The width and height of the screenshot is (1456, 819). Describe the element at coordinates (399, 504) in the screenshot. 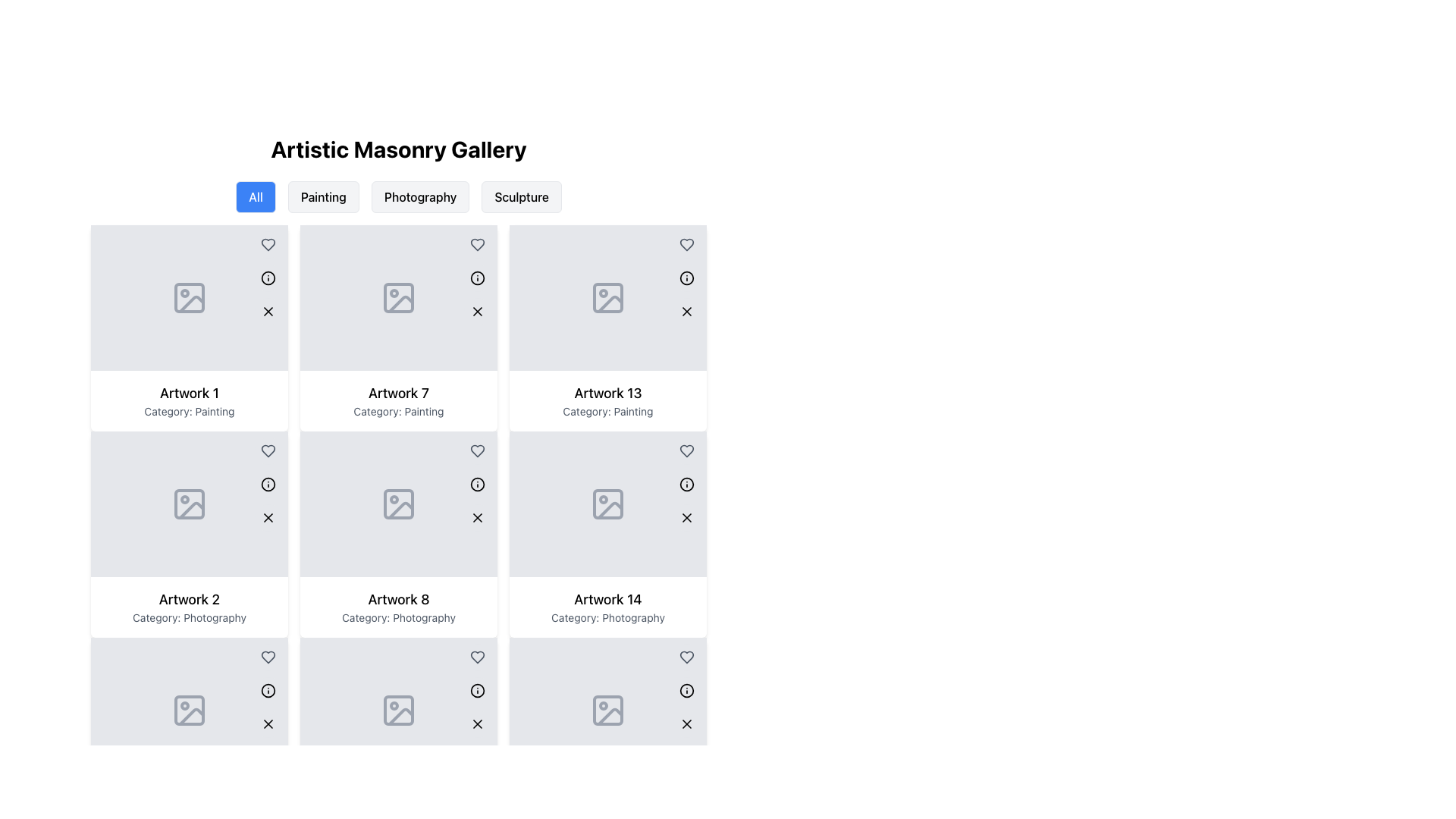

I see `the SVG icon located in the middle cell of the gallery grid, specifically in the 2nd row and 2nd column under the 'Artwork 8' entry` at that location.